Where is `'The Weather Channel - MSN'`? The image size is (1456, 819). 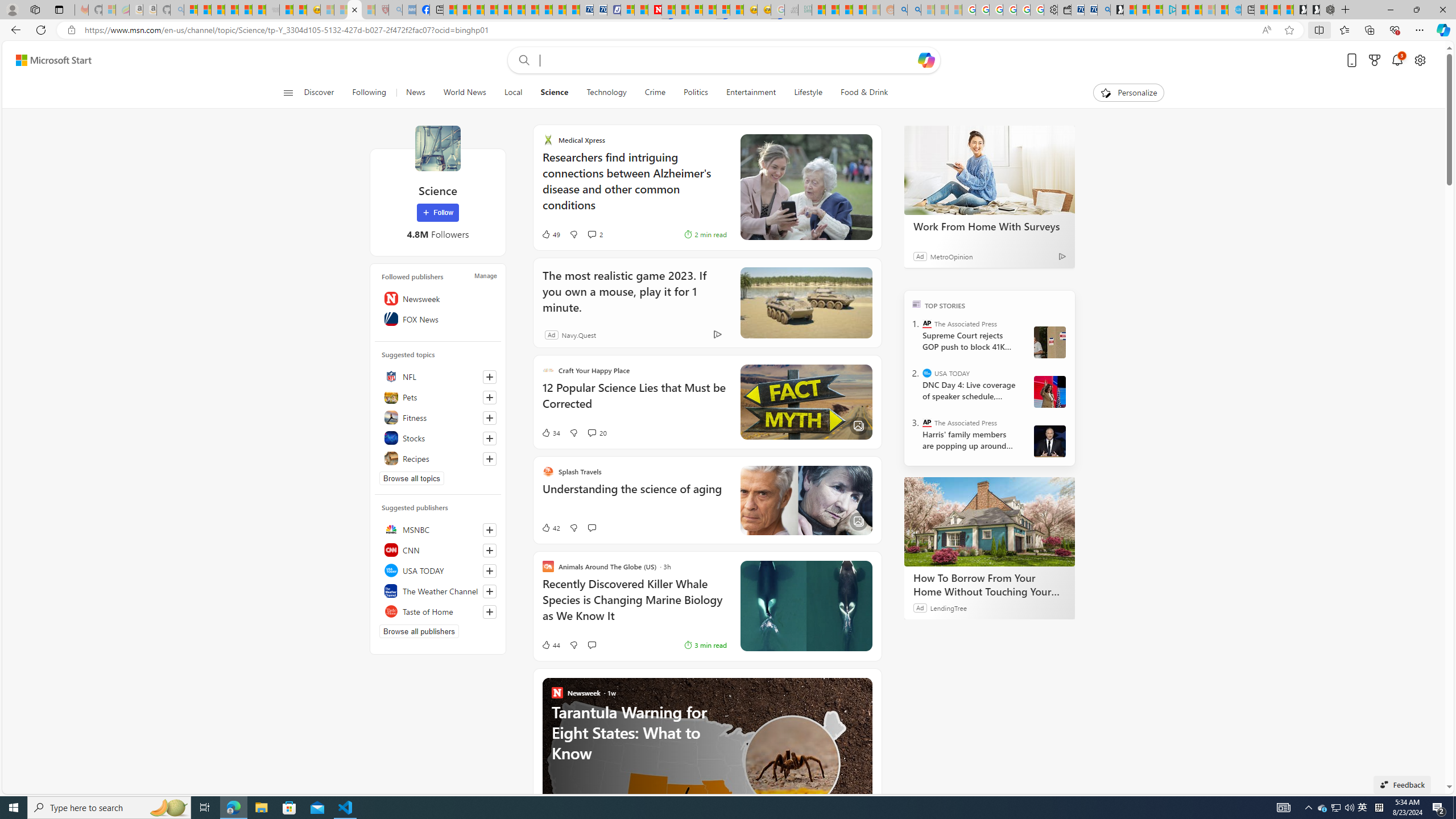 'The Weather Channel - MSN' is located at coordinates (218, 9).